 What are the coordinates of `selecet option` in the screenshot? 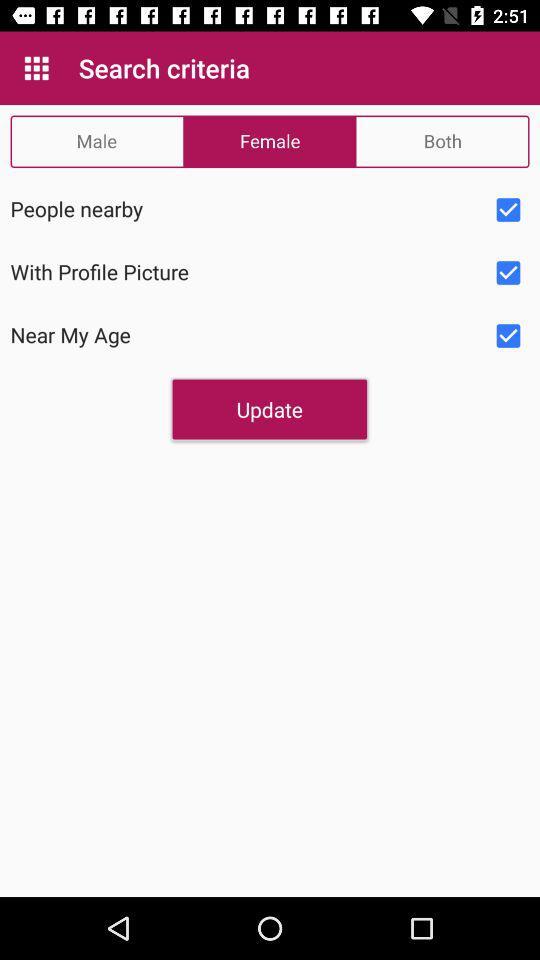 It's located at (508, 336).